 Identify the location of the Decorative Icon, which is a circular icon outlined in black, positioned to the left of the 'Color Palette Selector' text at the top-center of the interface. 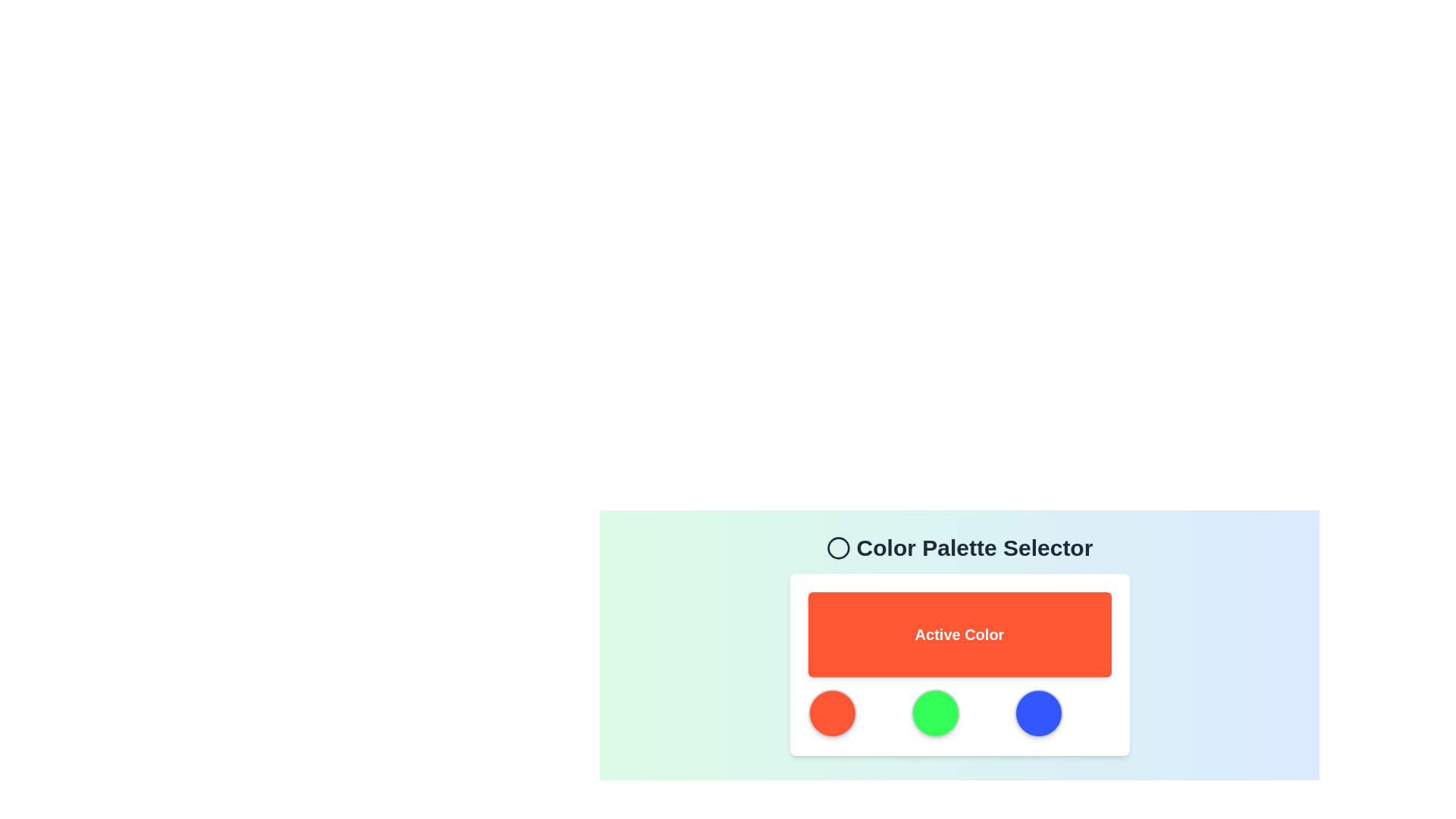
(837, 548).